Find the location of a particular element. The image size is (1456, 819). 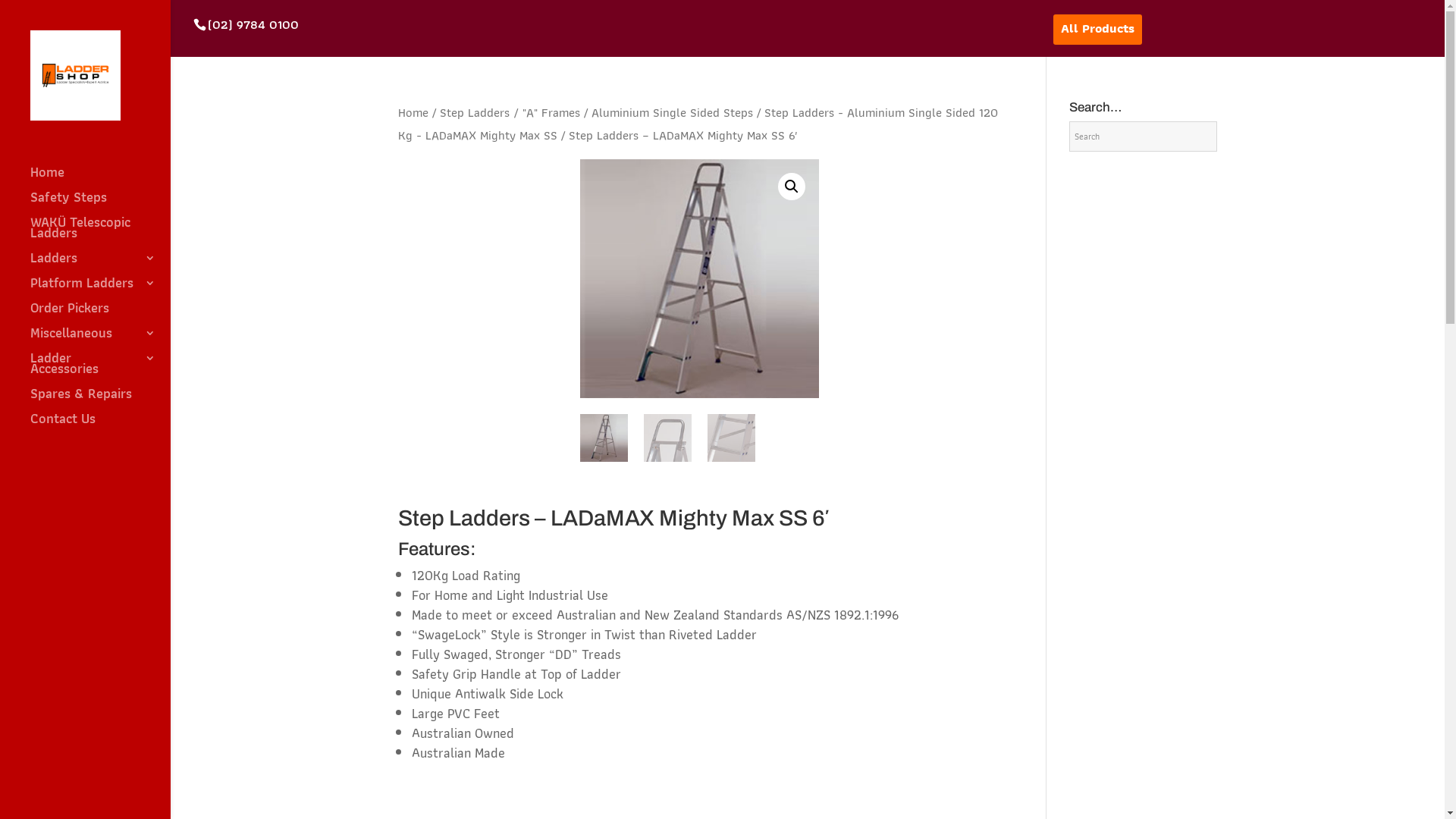

'Order Pickers' is located at coordinates (30, 314).